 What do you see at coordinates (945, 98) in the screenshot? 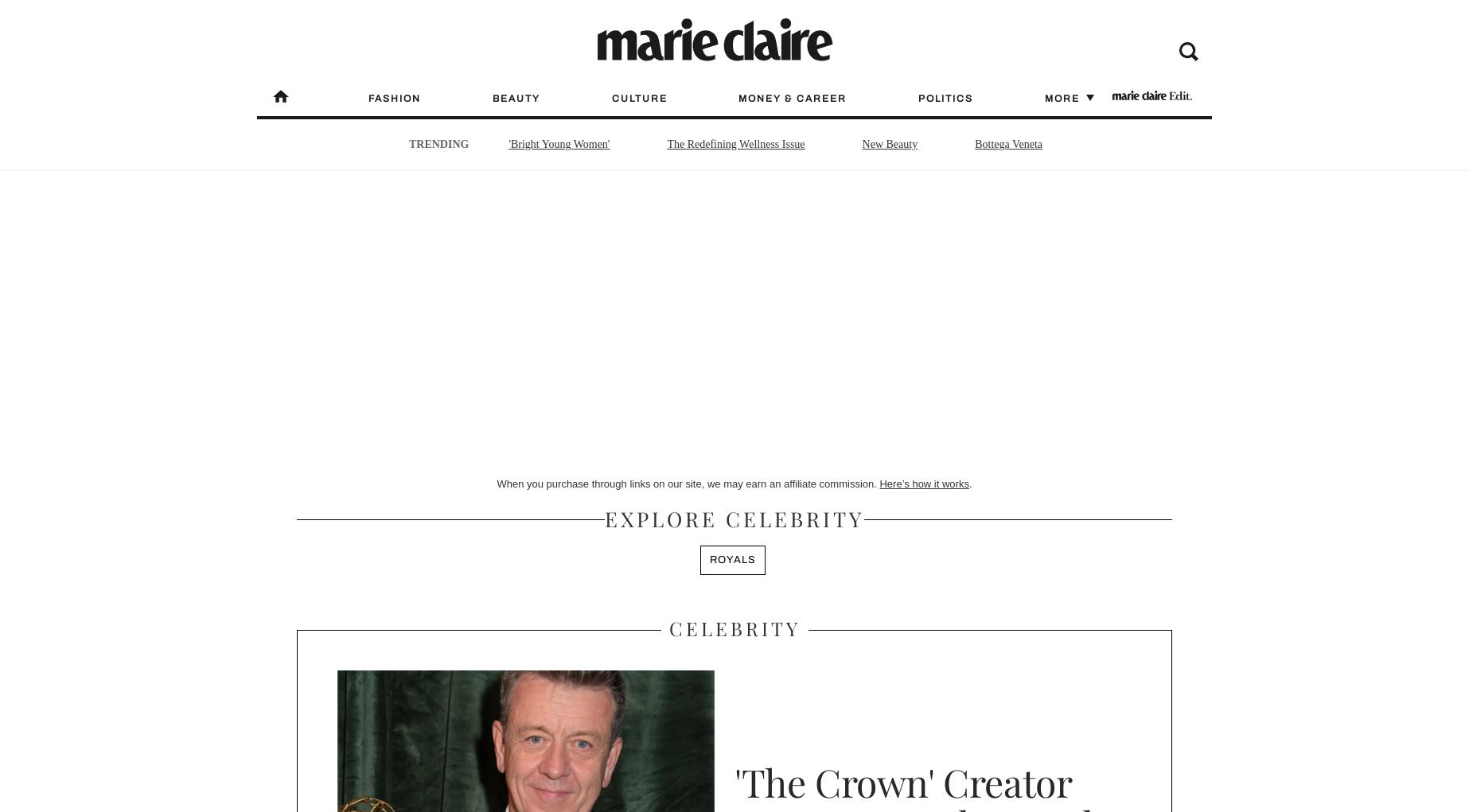
I see `'Politics'` at bounding box center [945, 98].